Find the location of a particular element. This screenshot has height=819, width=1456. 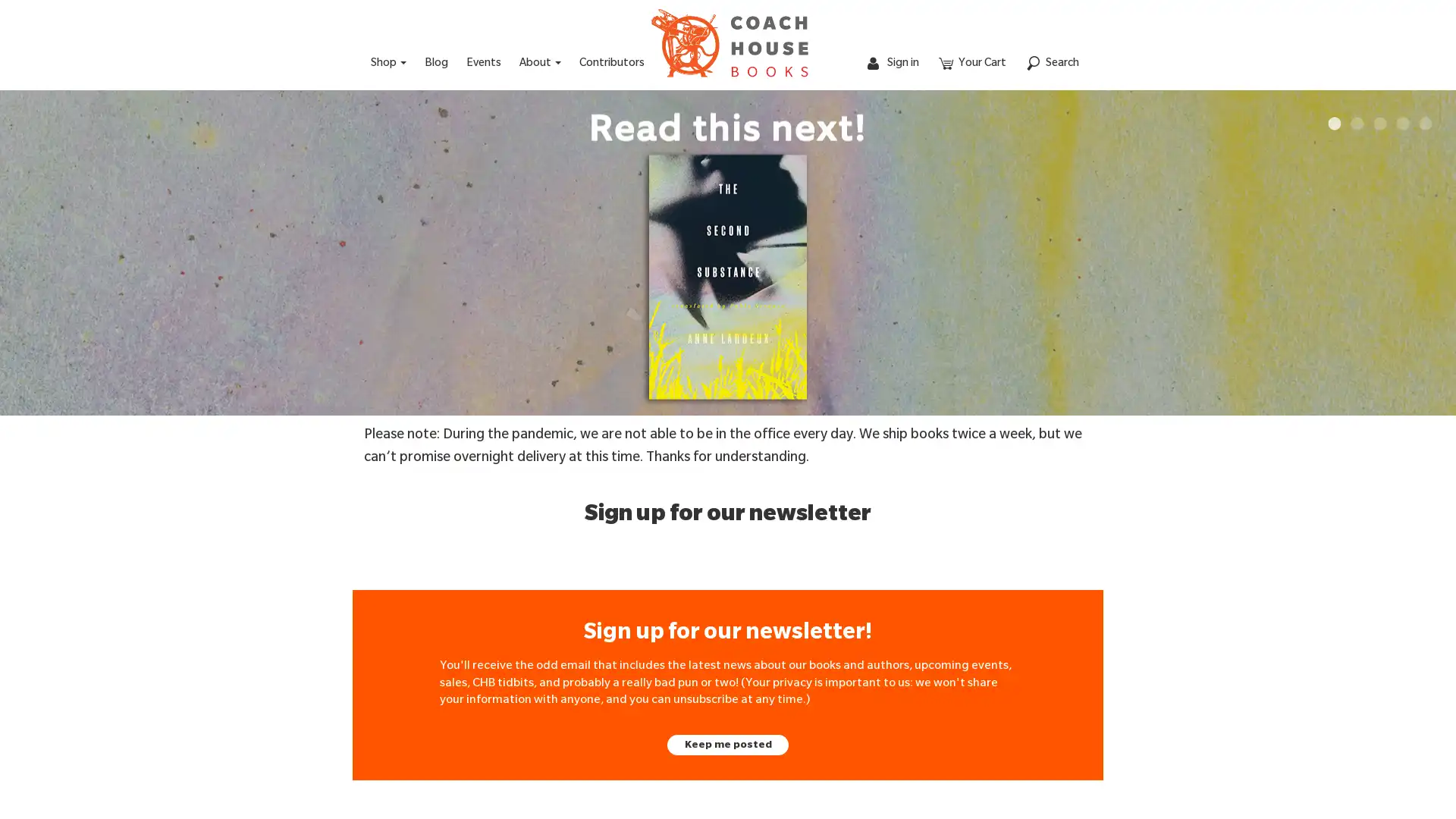

2 is located at coordinates (1357, 124).